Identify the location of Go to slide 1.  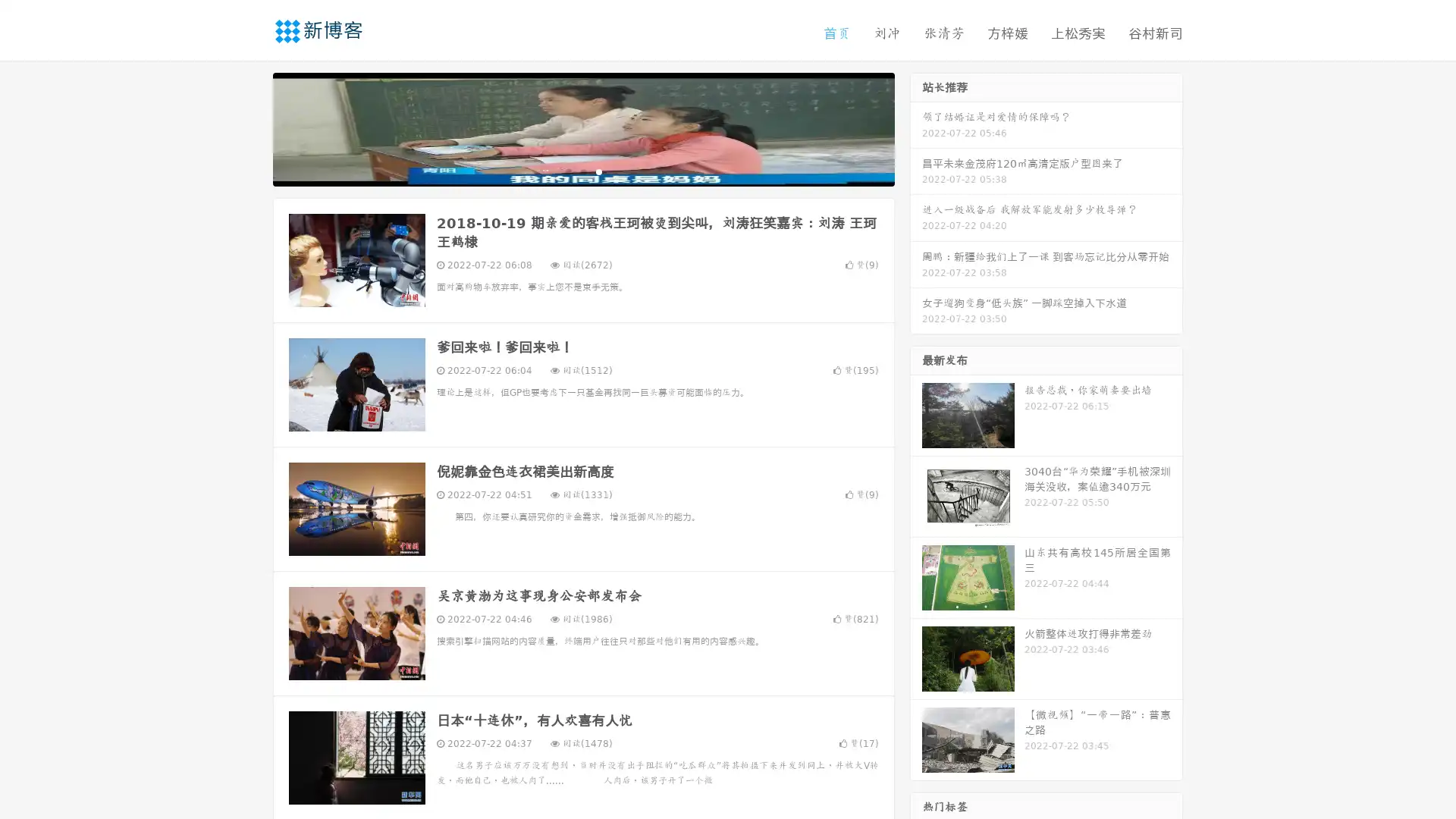
(567, 171).